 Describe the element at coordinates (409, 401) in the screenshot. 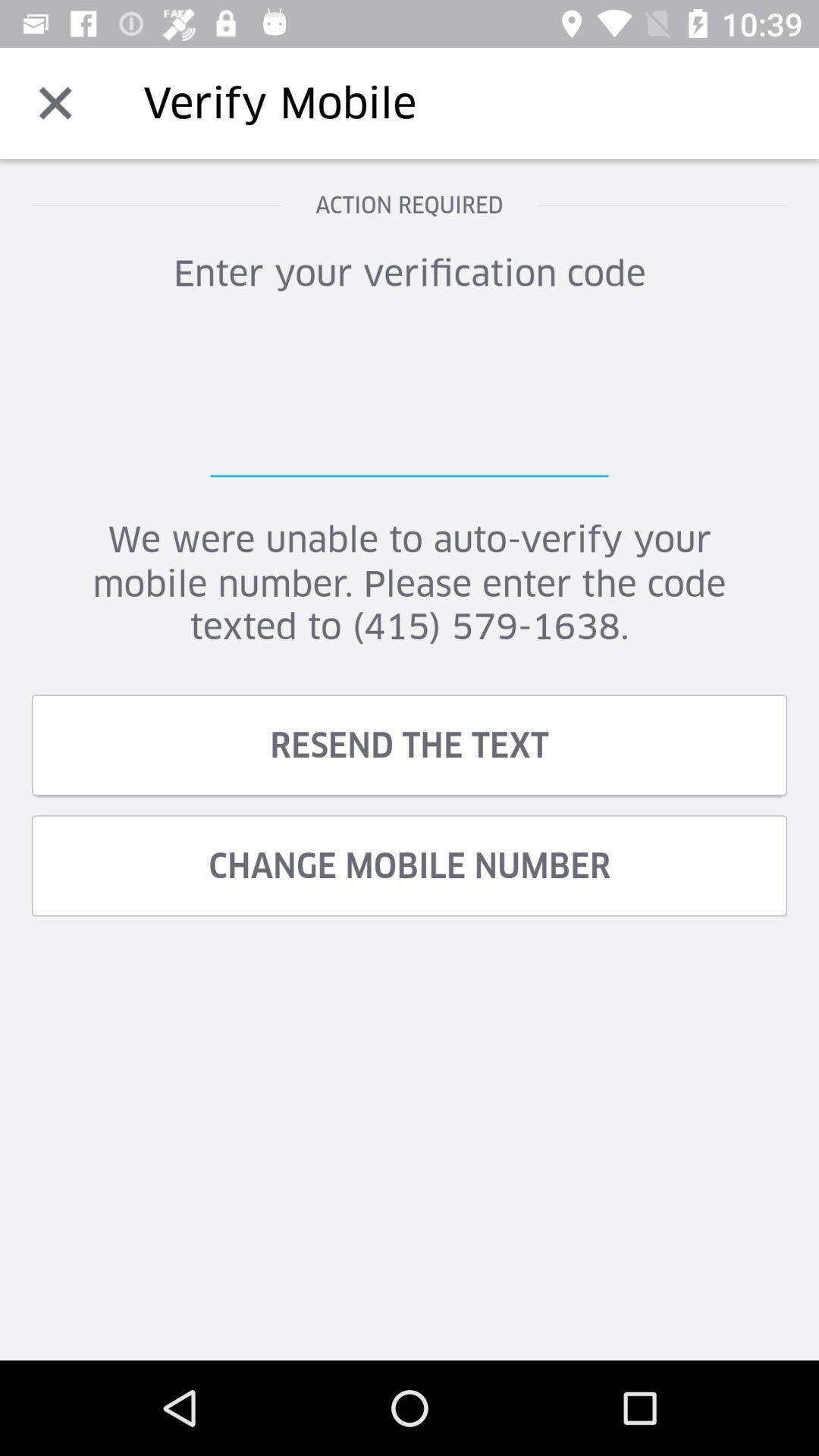

I see `verification code bar` at that location.